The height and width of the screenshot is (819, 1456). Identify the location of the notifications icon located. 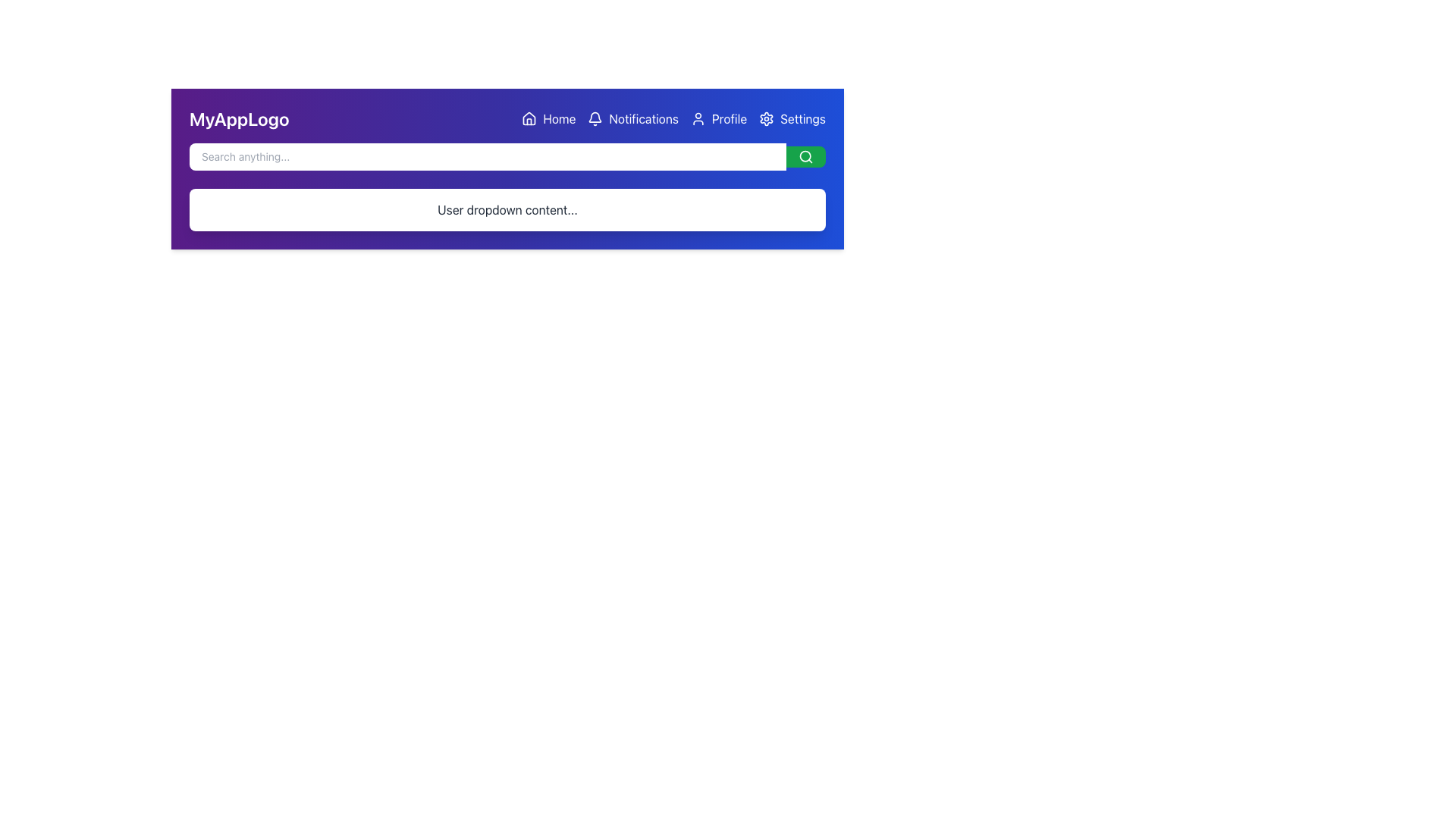
(595, 118).